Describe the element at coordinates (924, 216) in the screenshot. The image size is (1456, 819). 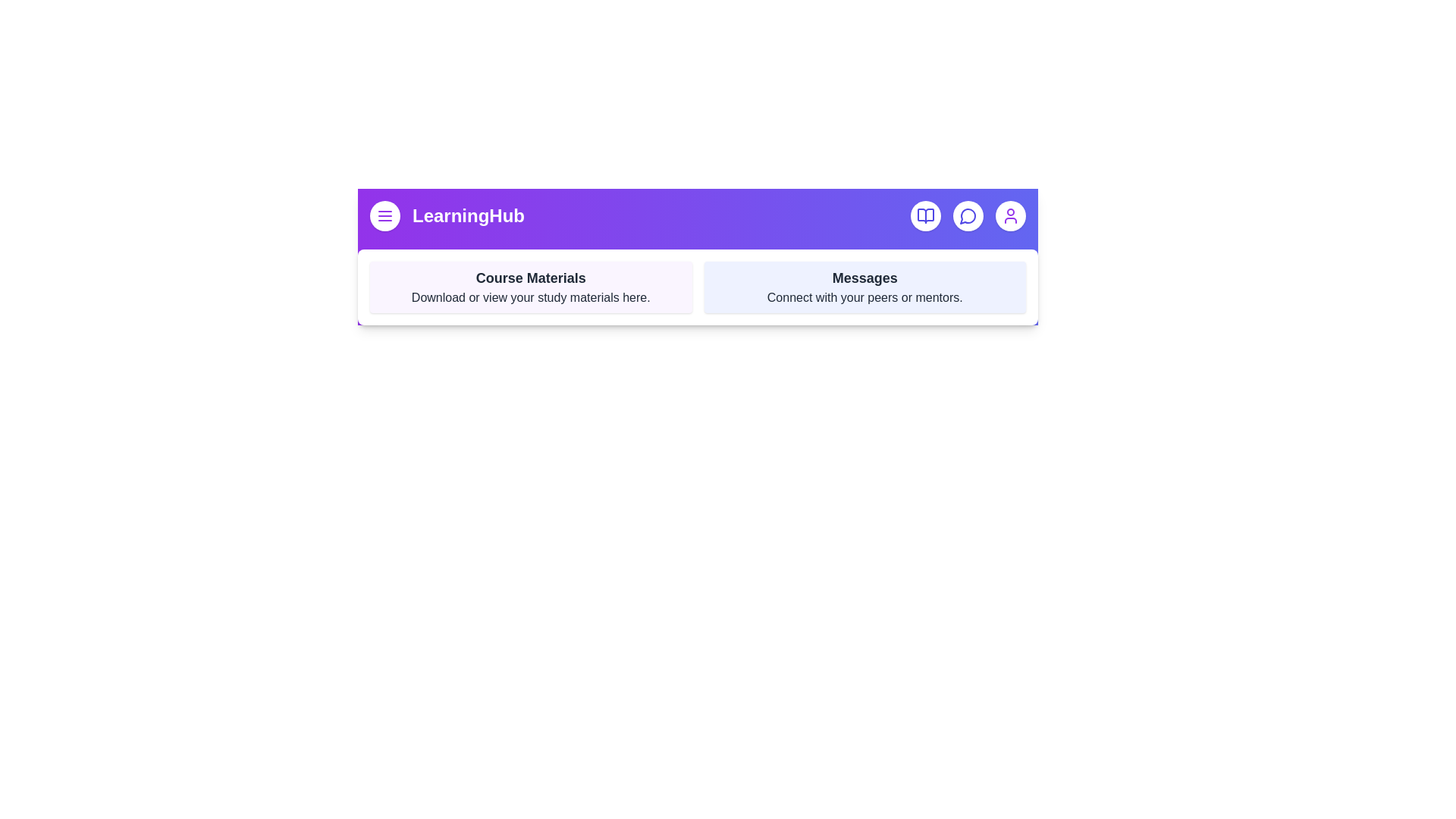
I see `the book icon to open the resources section` at that location.